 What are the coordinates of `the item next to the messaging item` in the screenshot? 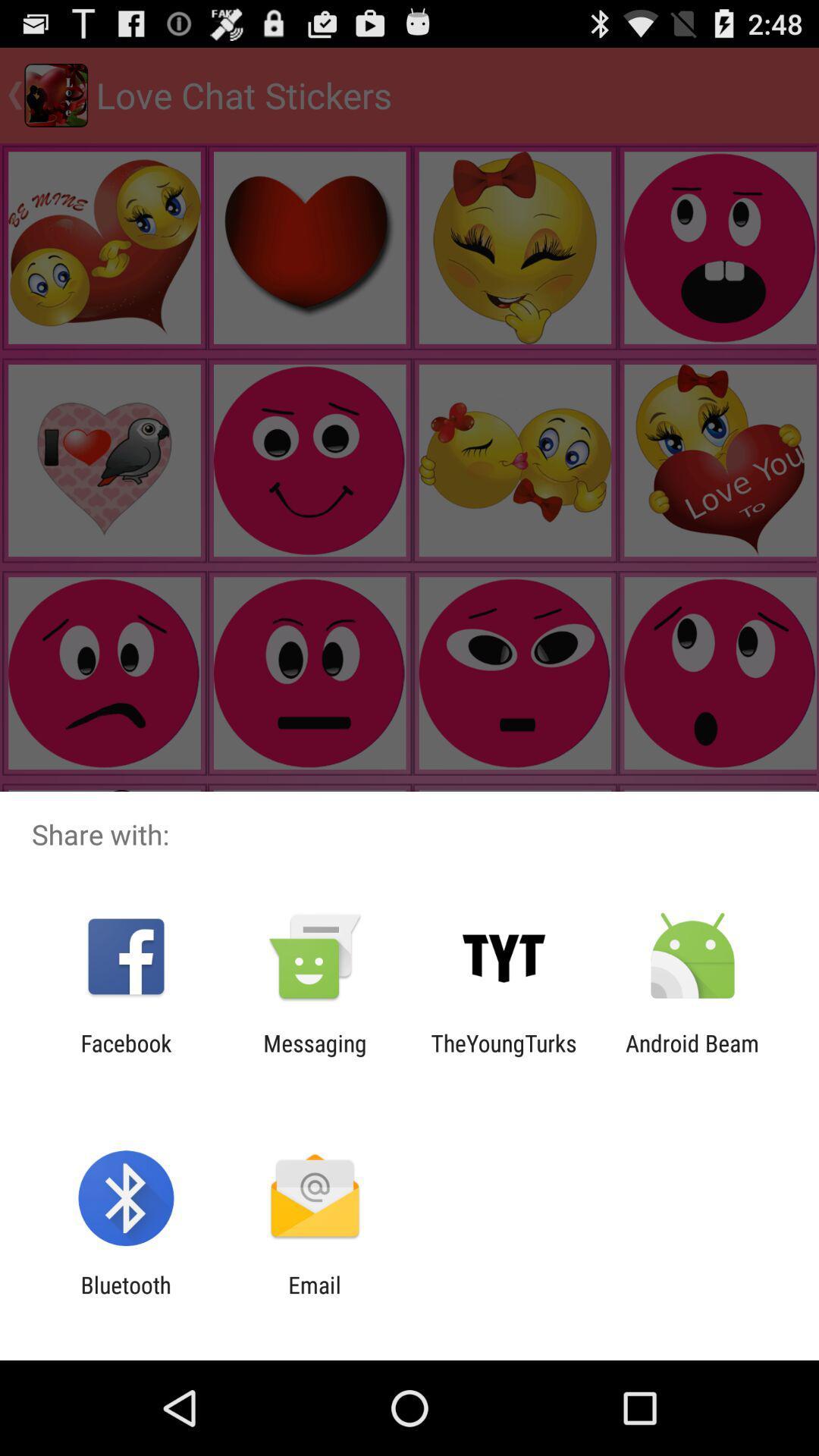 It's located at (504, 1056).